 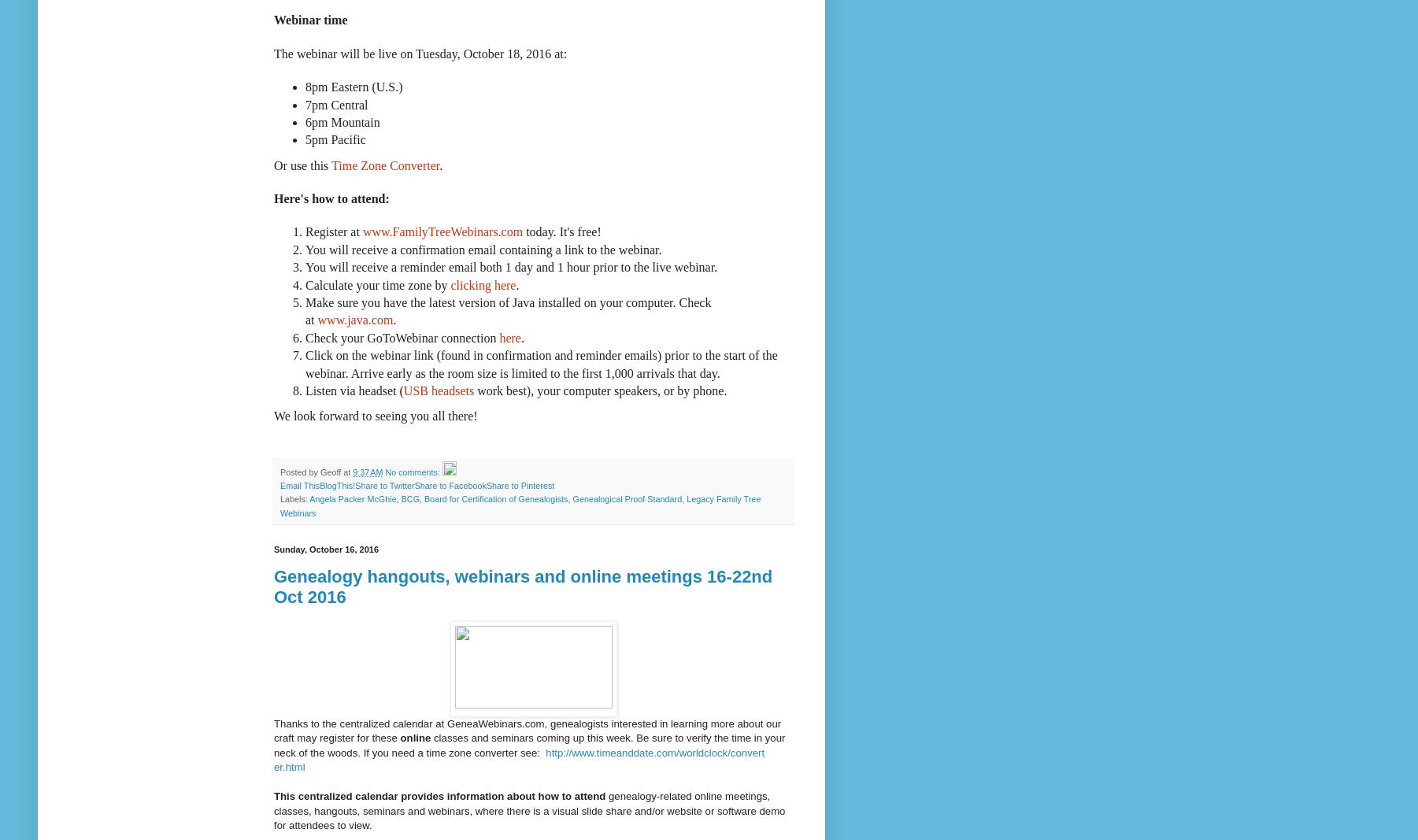 I want to click on 'clicking here', so click(x=482, y=283).